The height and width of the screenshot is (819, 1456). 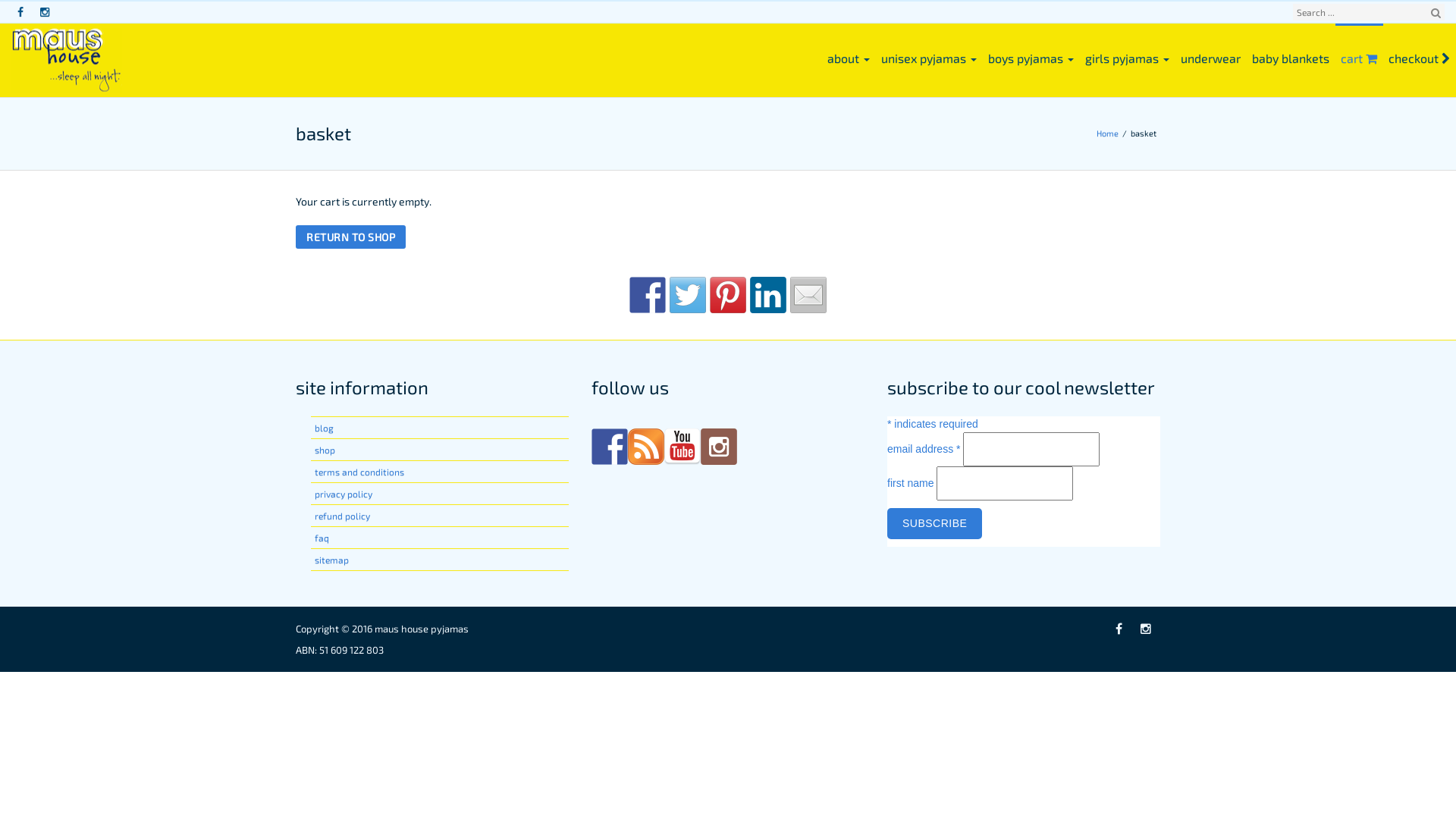 I want to click on 'terms and conditions', so click(x=359, y=470).